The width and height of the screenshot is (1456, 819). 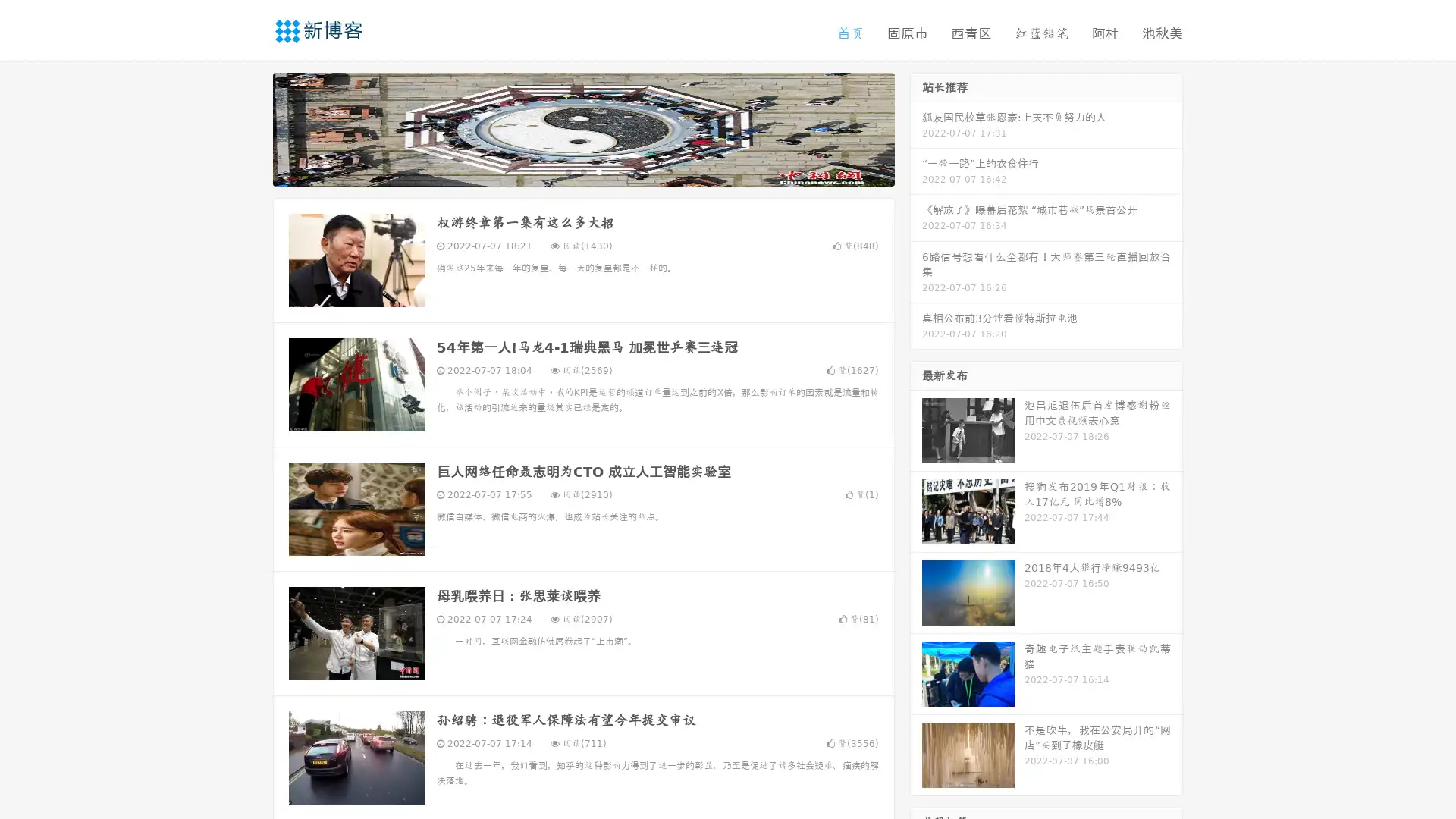 I want to click on Go to slide 2, so click(x=582, y=171).